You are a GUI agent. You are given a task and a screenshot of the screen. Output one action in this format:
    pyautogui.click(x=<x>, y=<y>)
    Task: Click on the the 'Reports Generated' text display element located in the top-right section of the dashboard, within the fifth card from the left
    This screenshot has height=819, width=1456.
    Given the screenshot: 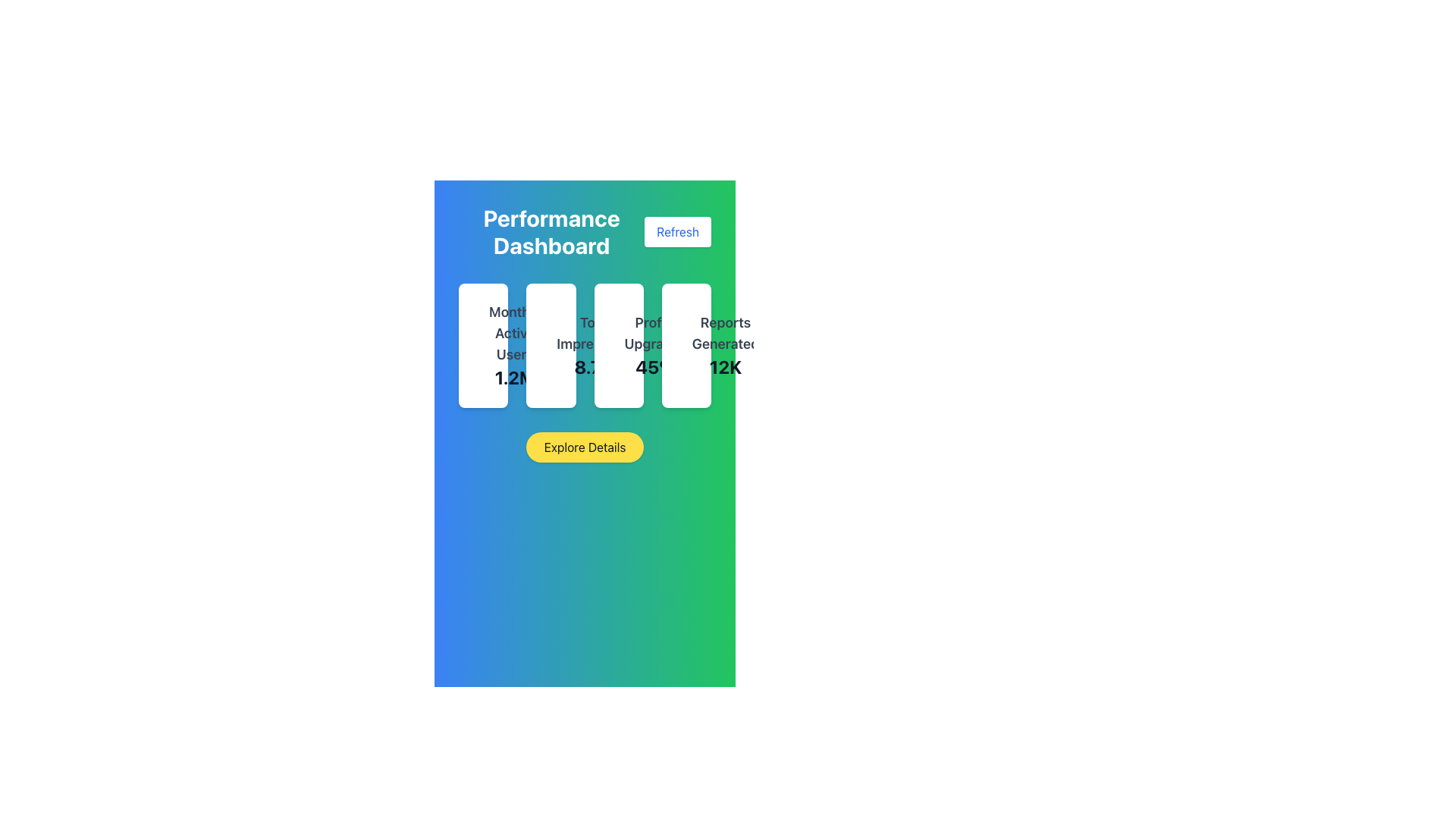 What is the action you would take?
    pyautogui.click(x=724, y=345)
    